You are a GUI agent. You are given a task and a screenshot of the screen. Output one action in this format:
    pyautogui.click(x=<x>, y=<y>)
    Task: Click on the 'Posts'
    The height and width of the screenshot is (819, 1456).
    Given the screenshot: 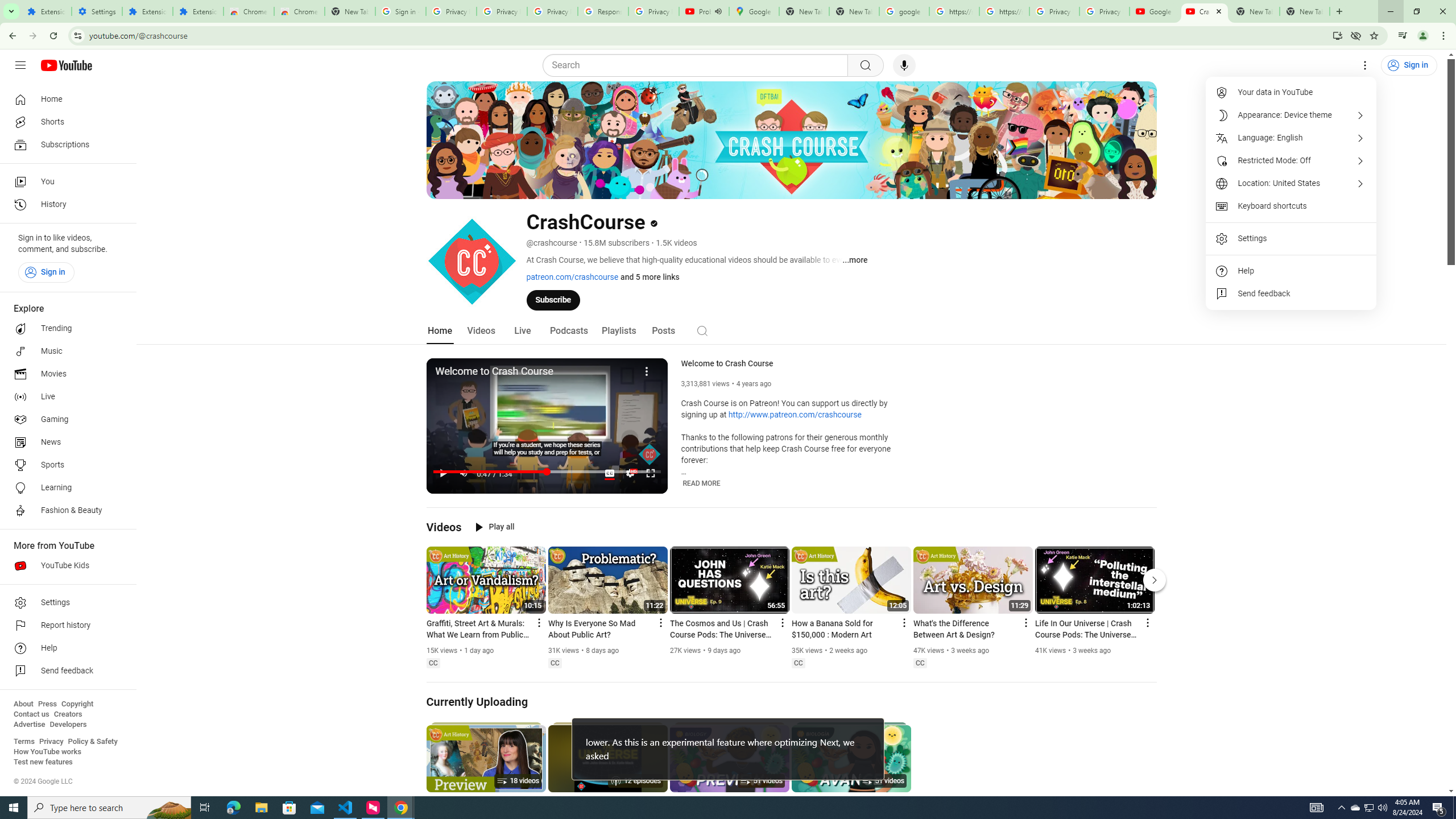 What is the action you would take?
    pyautogui.click(x=663, y=330)
    